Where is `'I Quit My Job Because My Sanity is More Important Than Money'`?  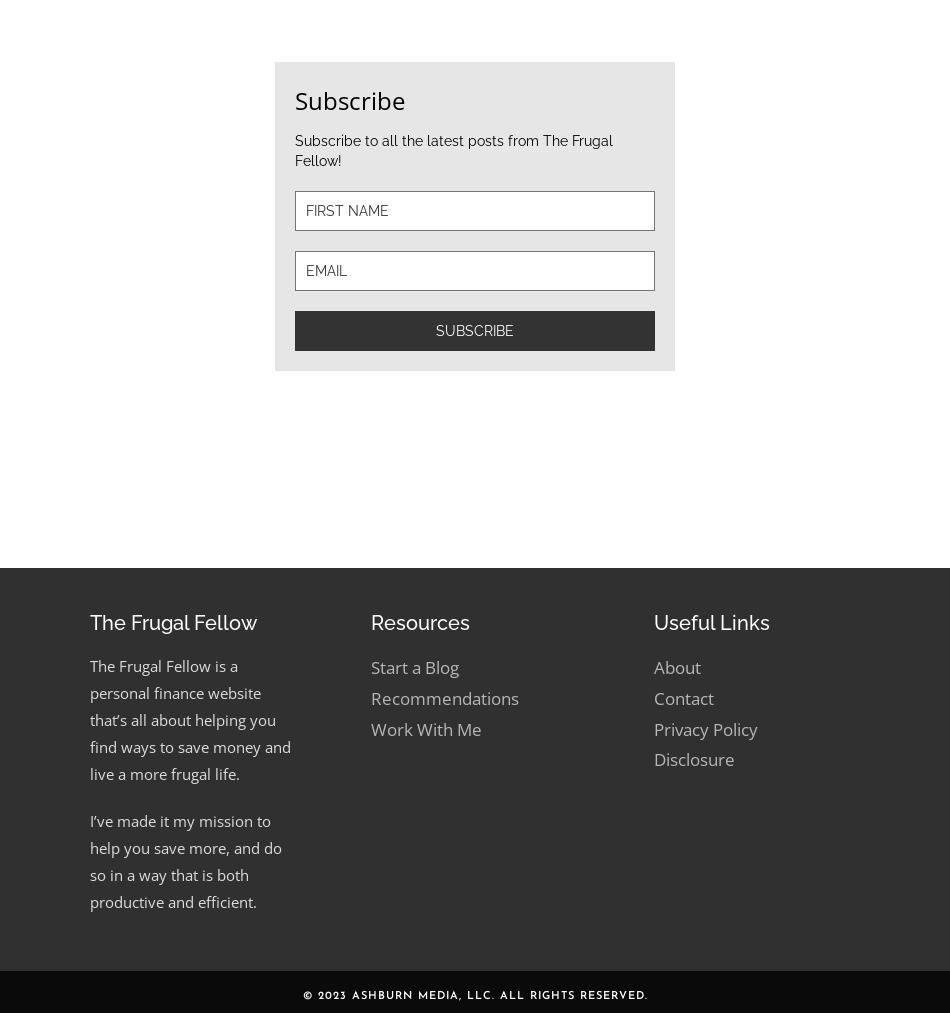 'I Quit My Job Because My Sanity is More Important Than Money' is located at coordinates (774, 444).